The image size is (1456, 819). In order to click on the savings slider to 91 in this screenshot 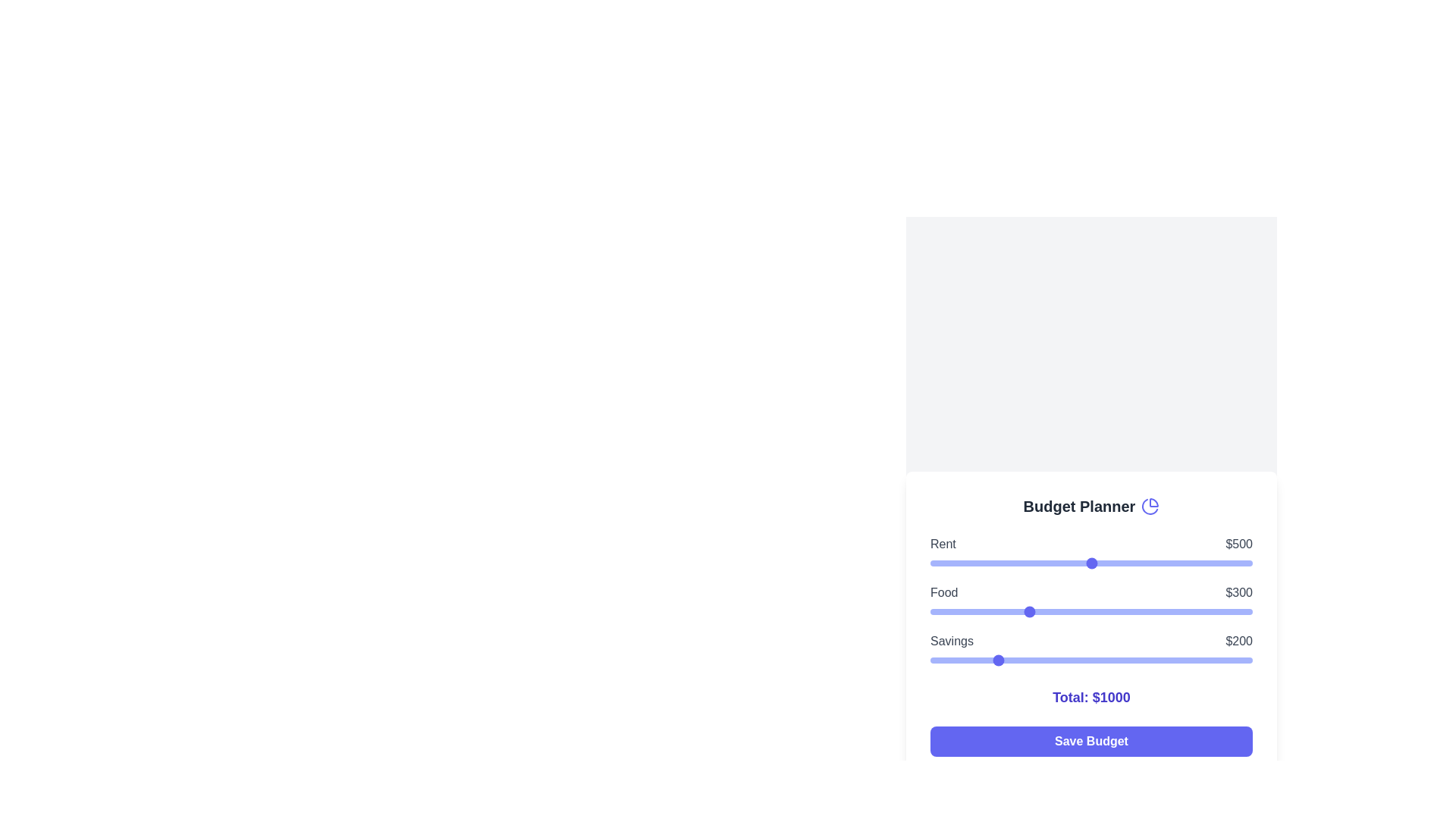, I will do `click(959, 660)`.